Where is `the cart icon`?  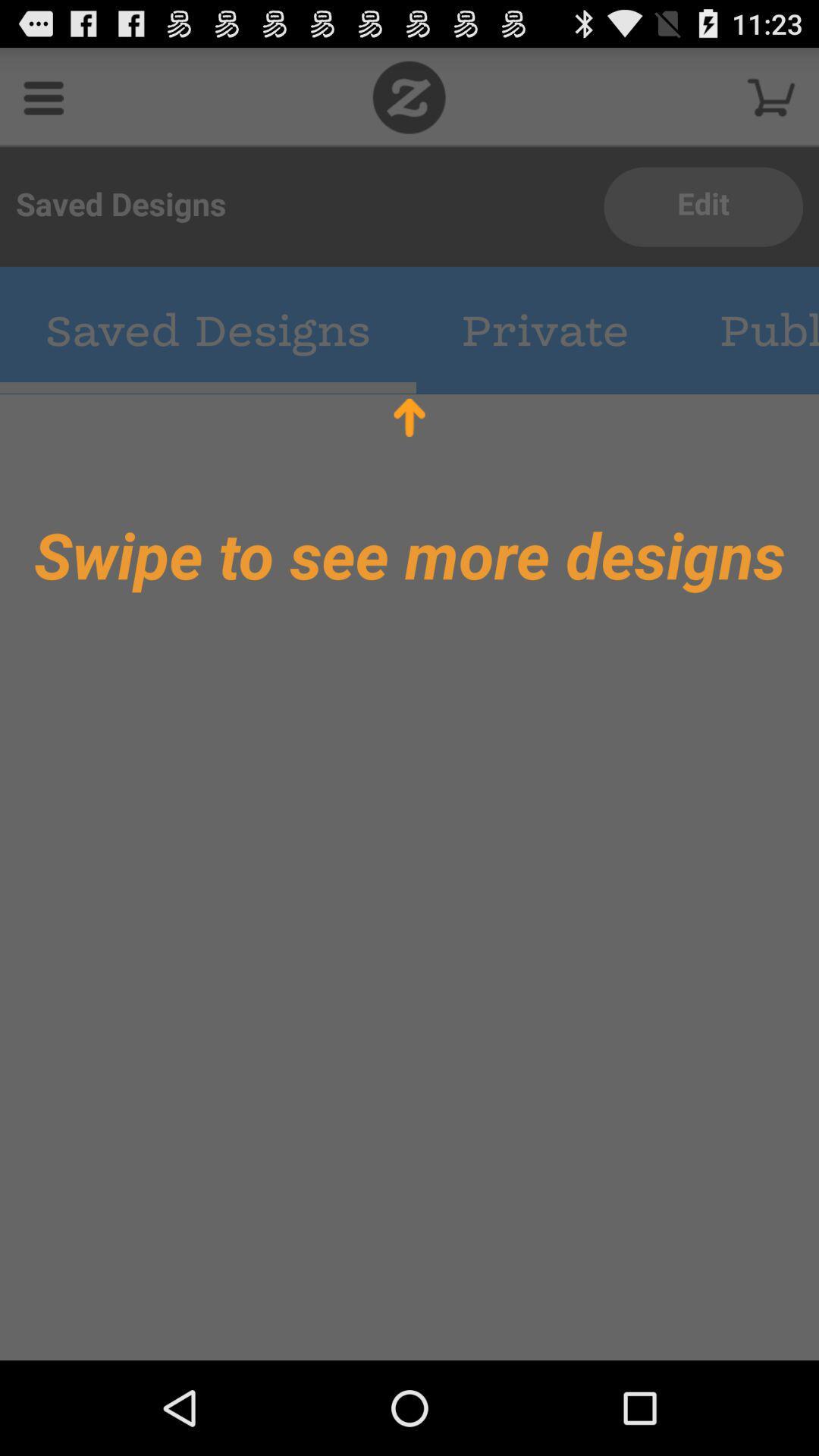 the cart icon is located at coordinates (771, 103).